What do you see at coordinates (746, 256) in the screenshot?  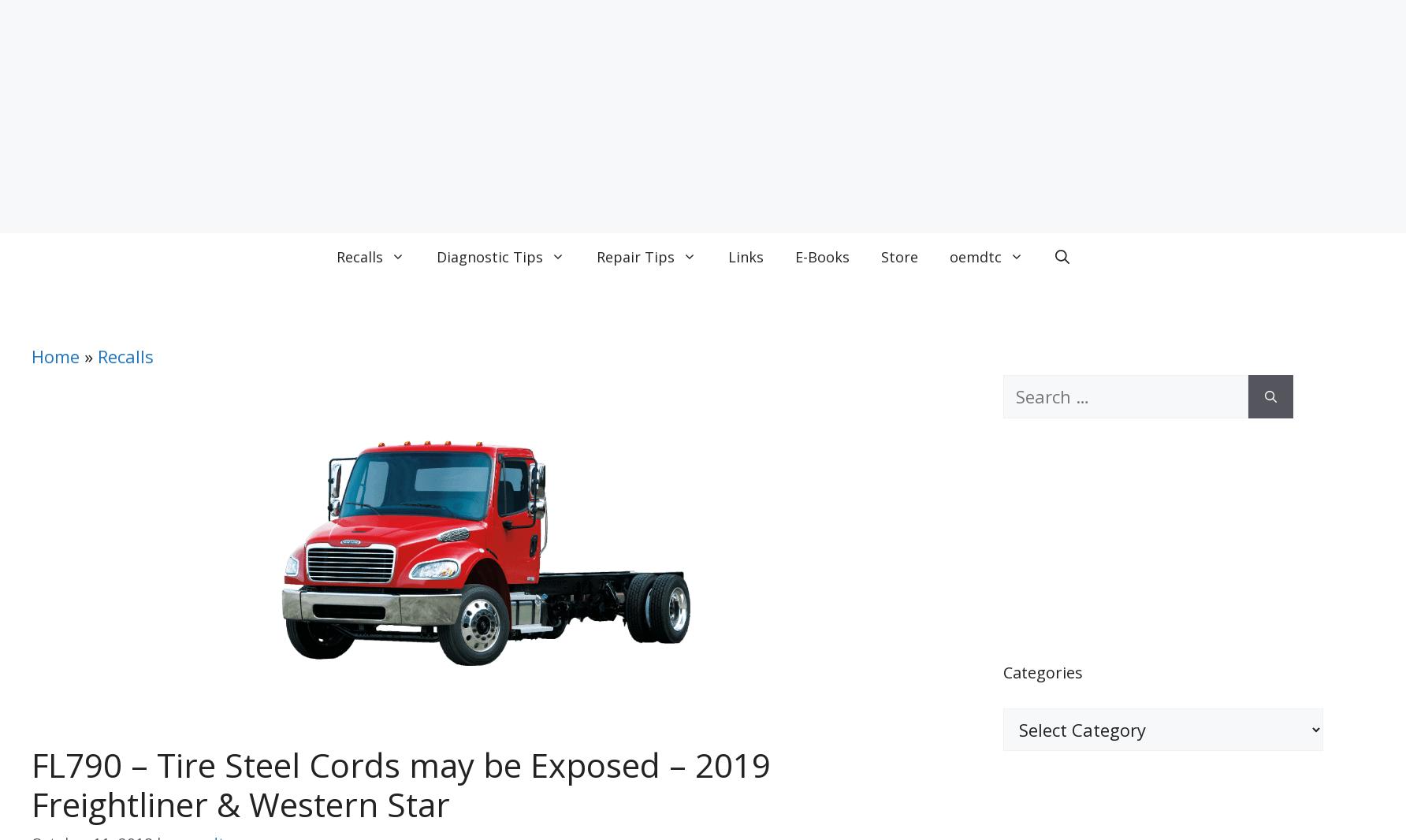 I see `'Links'` at bounding box center [746, 256].